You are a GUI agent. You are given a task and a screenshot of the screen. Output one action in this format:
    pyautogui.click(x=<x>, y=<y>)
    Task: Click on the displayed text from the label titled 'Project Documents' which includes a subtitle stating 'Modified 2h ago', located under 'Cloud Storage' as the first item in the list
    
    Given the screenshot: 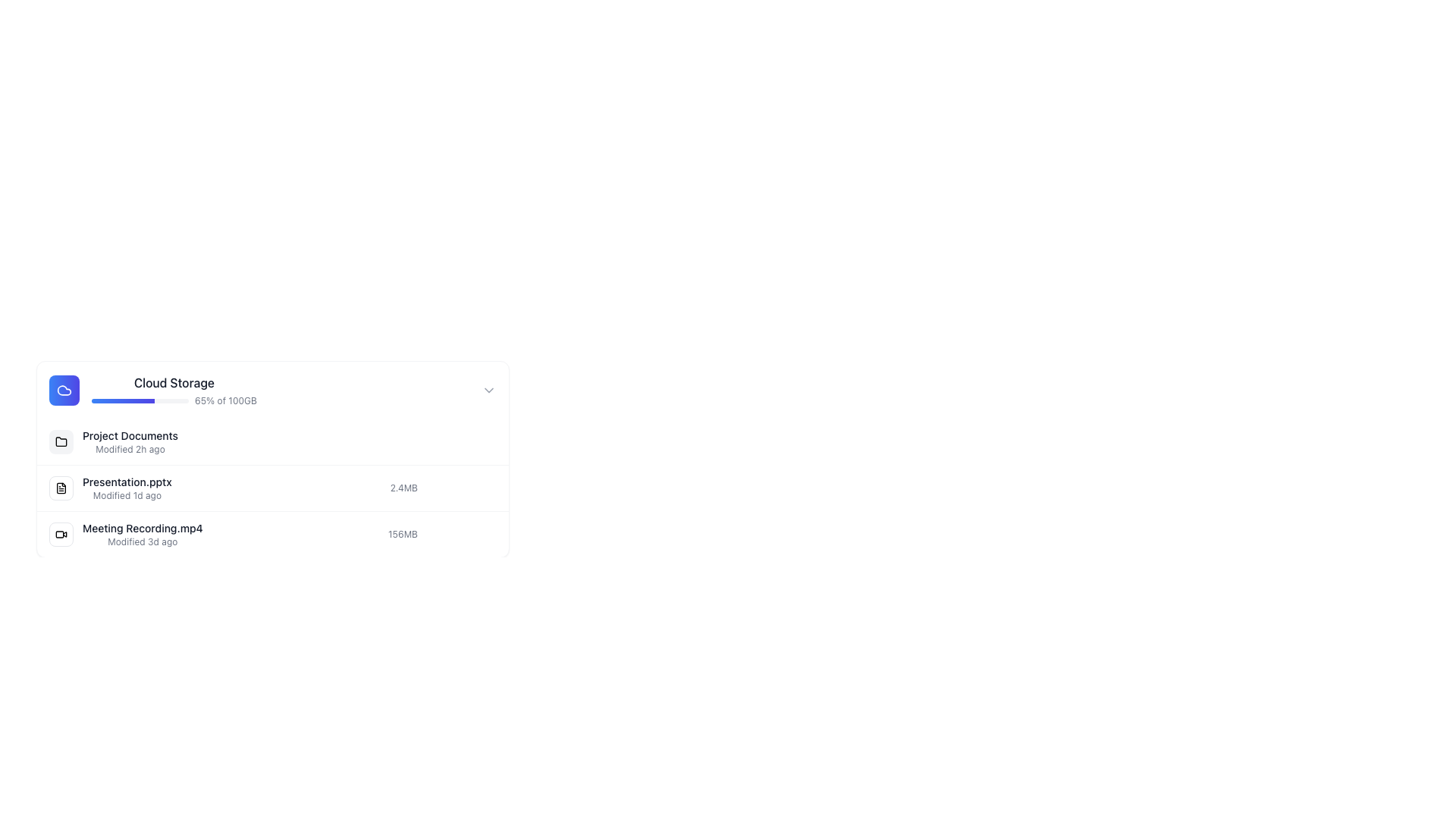 What is the action you would take?
    pyautogui.click(x=130, y=441)
    